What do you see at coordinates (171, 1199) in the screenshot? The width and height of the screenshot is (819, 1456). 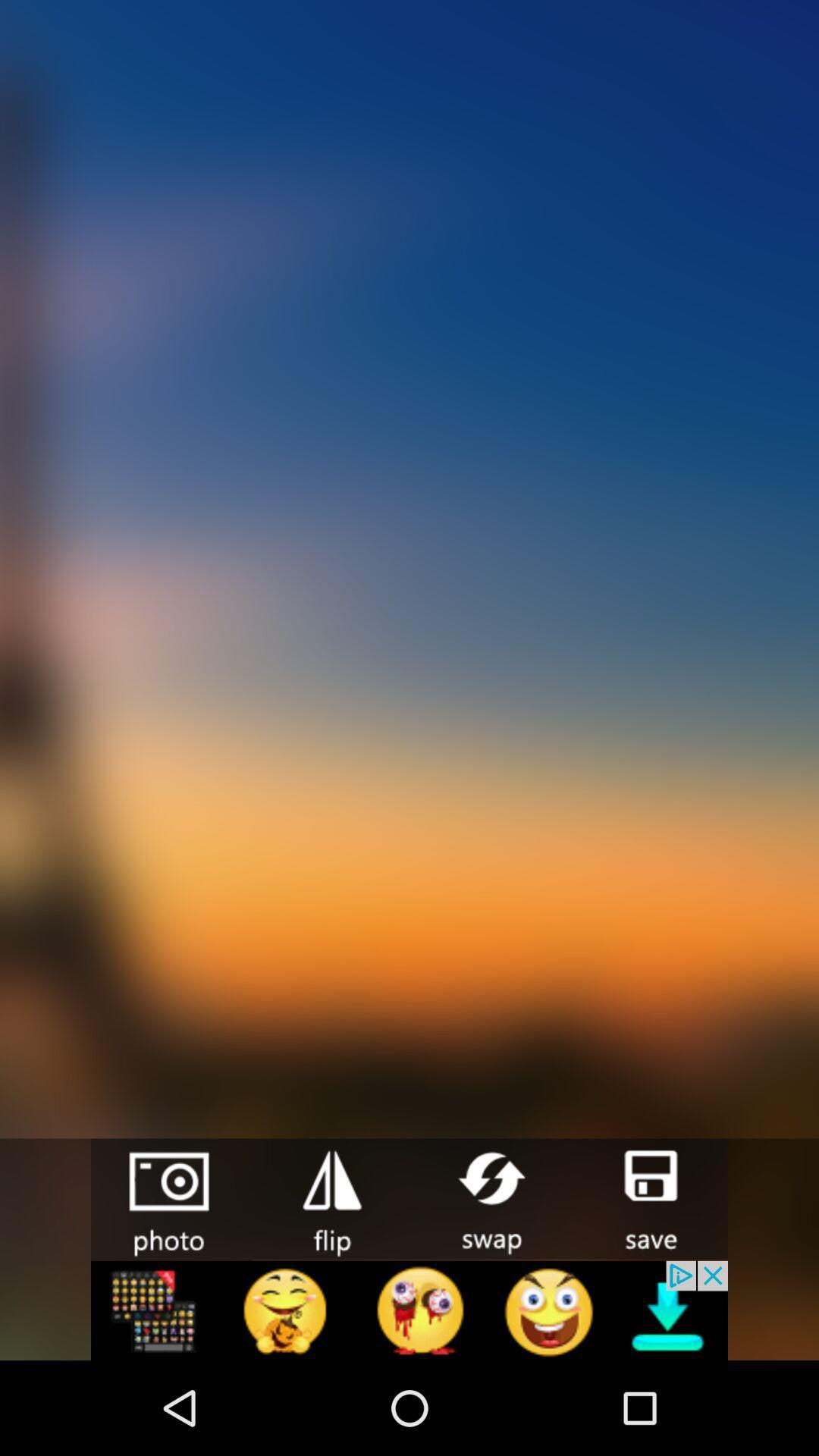 I see `take photo` at bounding box center [171, 1199].